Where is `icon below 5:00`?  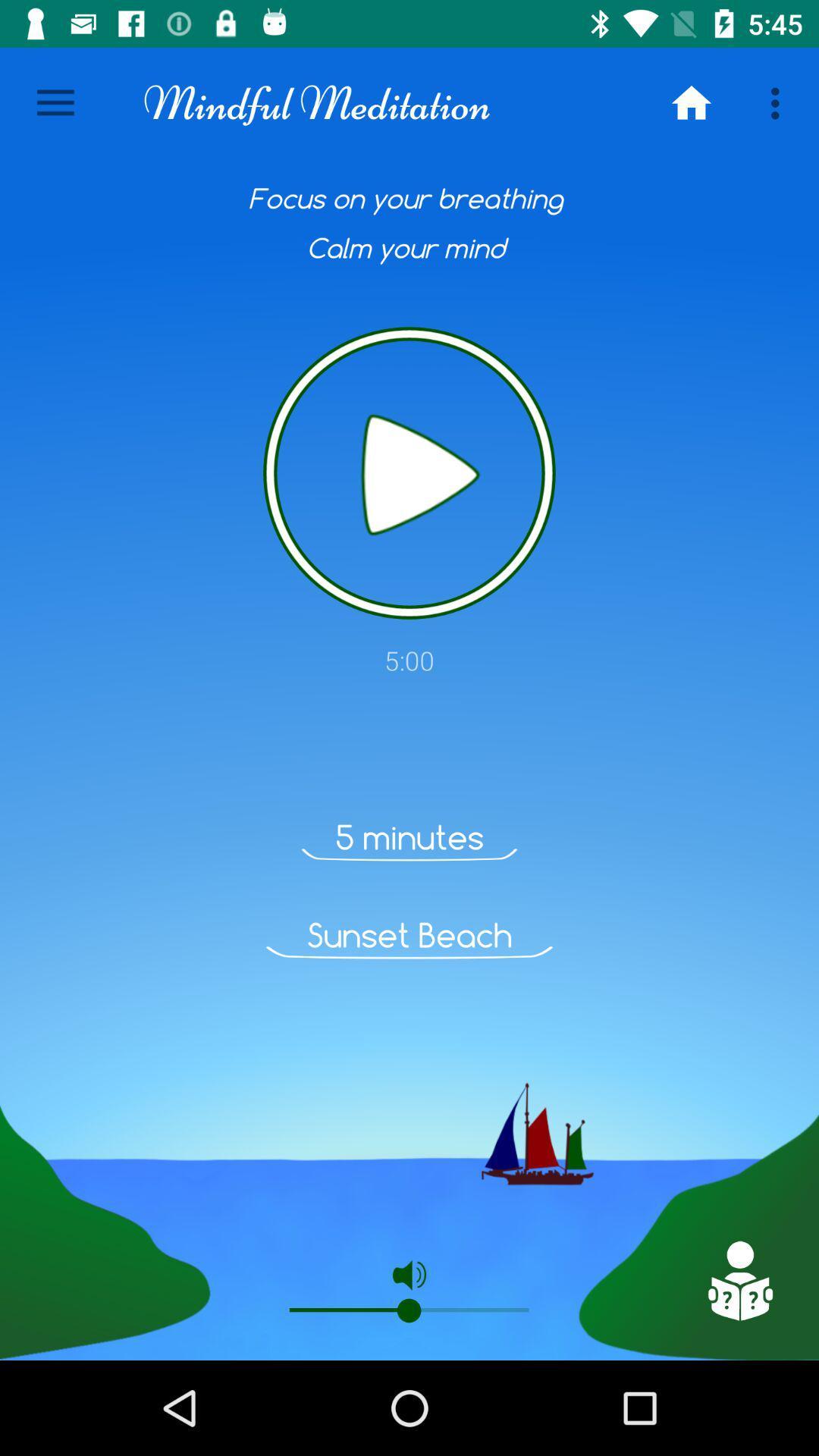 icon below 5:00 is located at coordinates (739, 1280).